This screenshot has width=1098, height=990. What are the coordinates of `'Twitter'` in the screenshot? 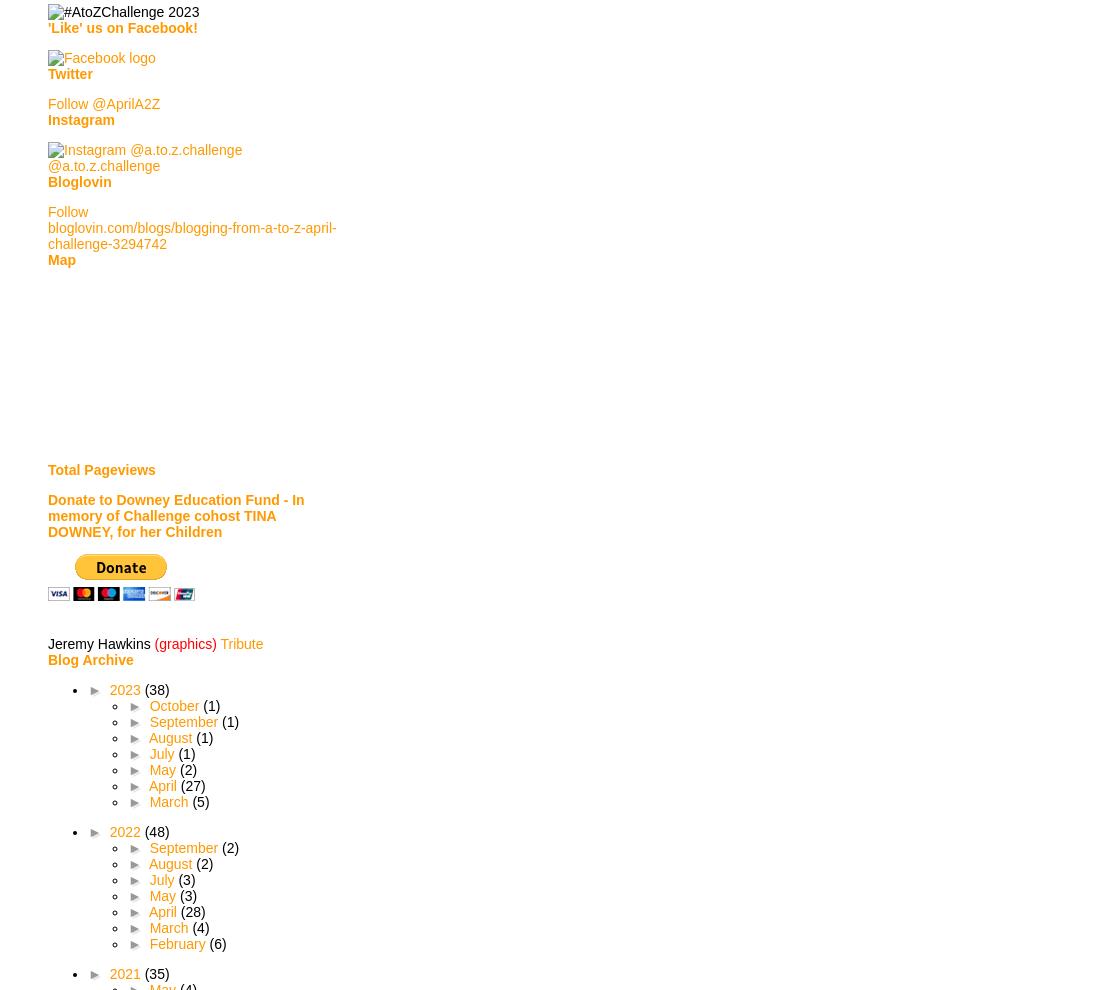 It's located at (69, 73).